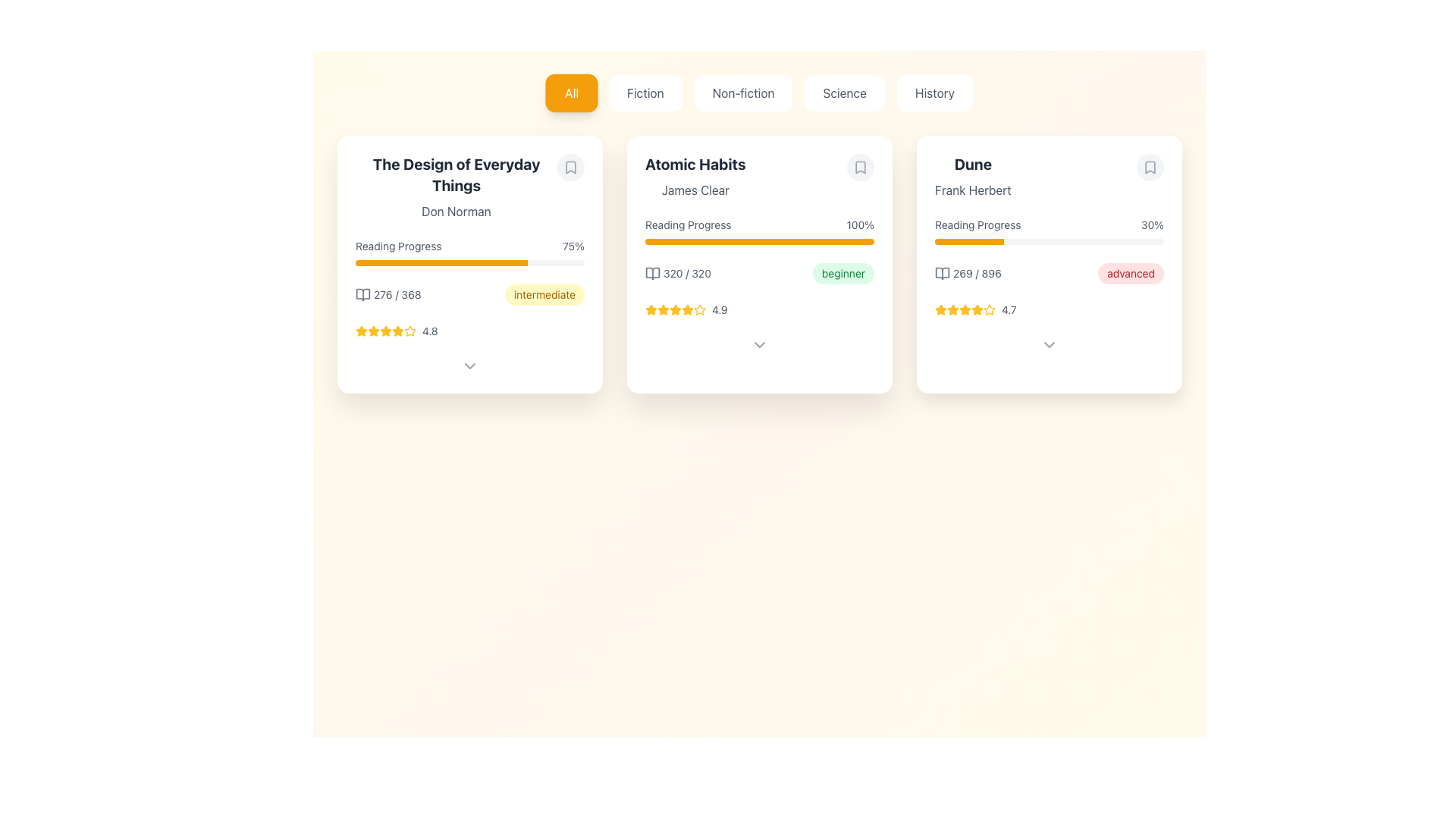 This screenshot has height=819, width=1456. Describe the element at coordinates (687, 225) in the screenshot. I see `the static text label displaying 'Reading Progress', which is part of the 'Atomic Habits' card in the second column of the grid` at that location.